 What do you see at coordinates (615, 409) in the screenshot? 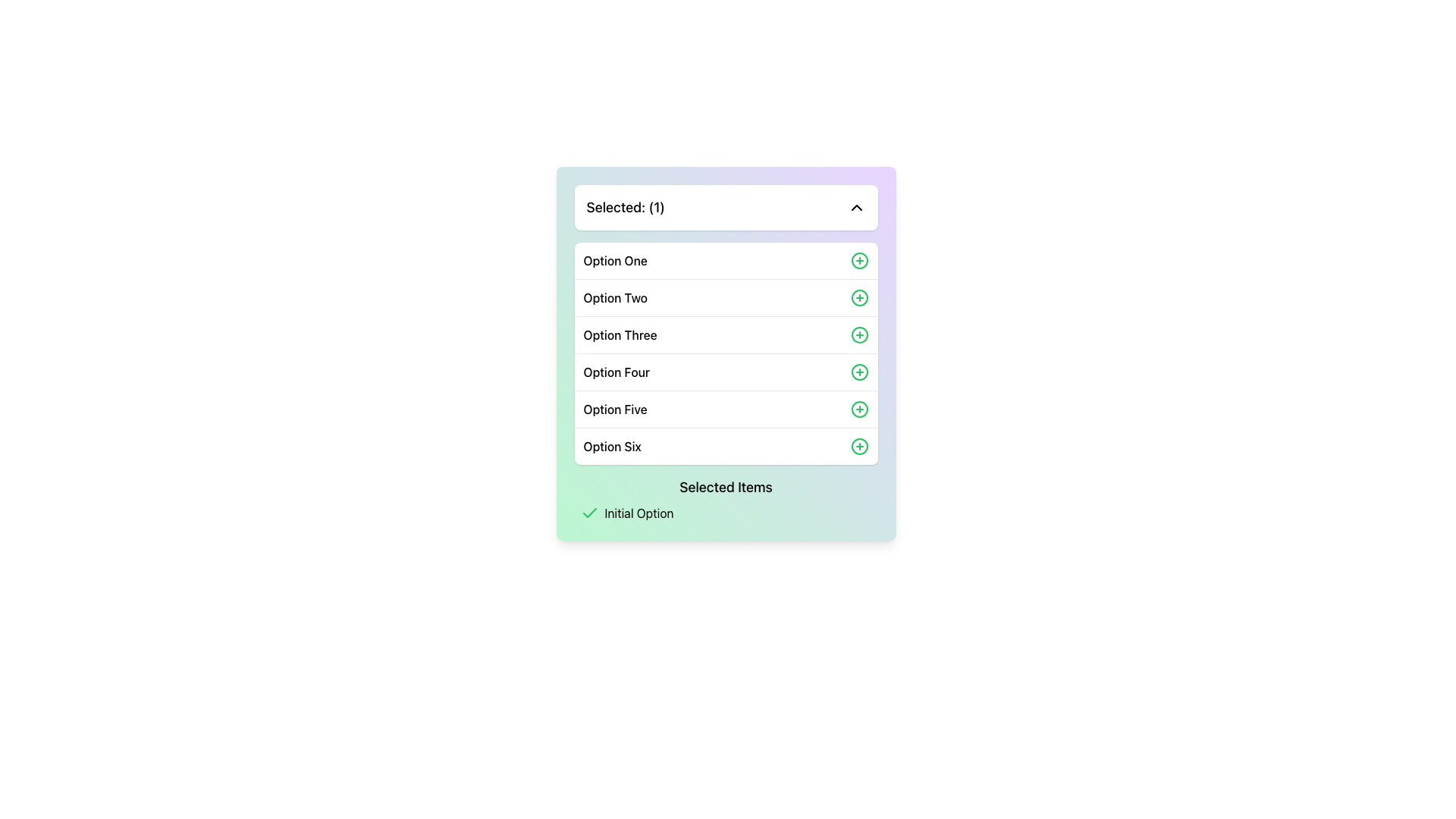
I see `the bolded text label reading 'Option Five', which is the fifth option in the dropdown list labeled 'Selected: (1)', positioned between 'Option Four' and 'Option Six'` at bounding box center [615, 409].